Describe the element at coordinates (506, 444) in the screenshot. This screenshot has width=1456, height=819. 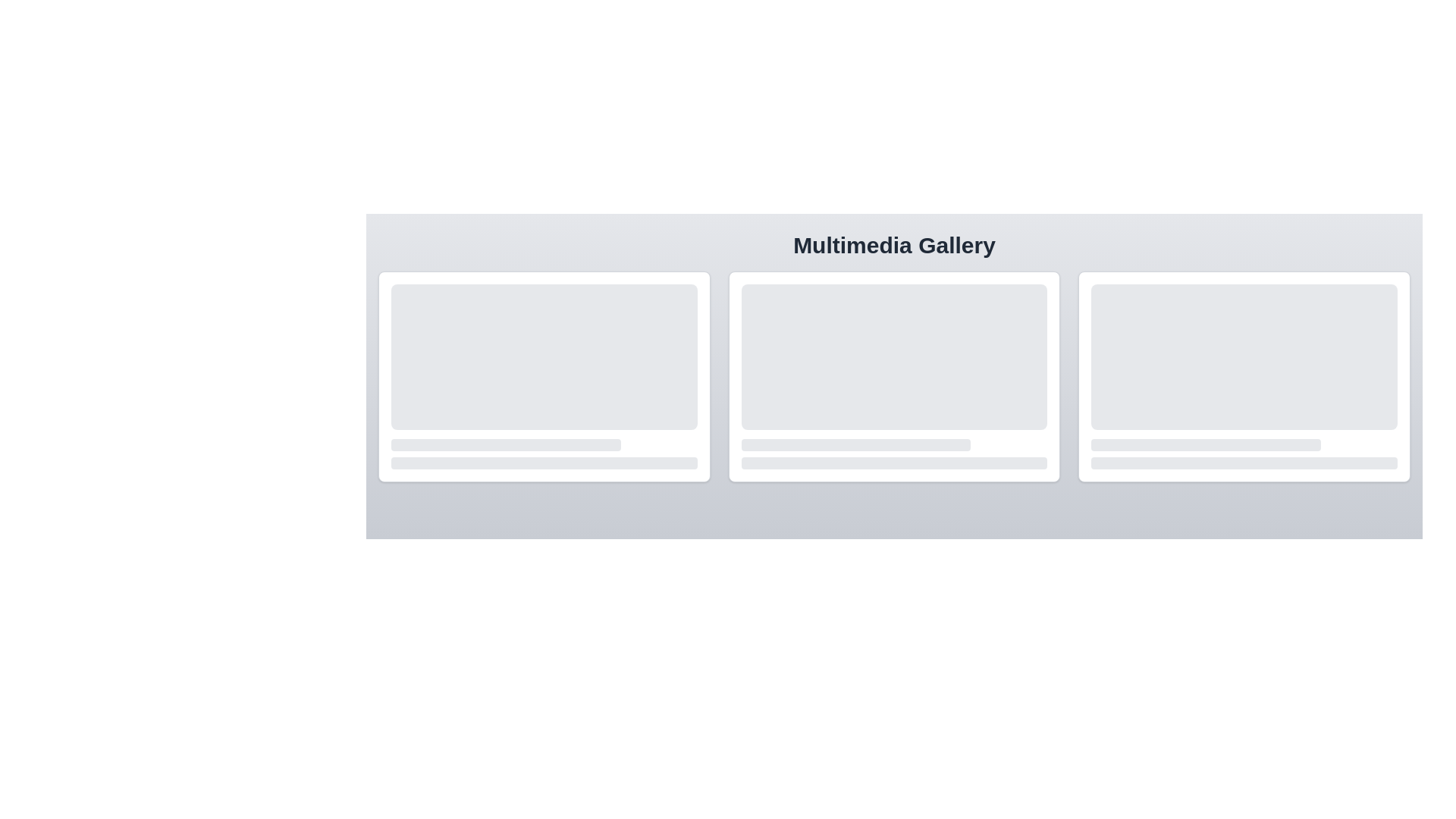
I see `the loading animation of the Placeholder content block, which is a horizontally elongated rectangle with a light gray background and rounded corners, indicating placeholder content` at that location.